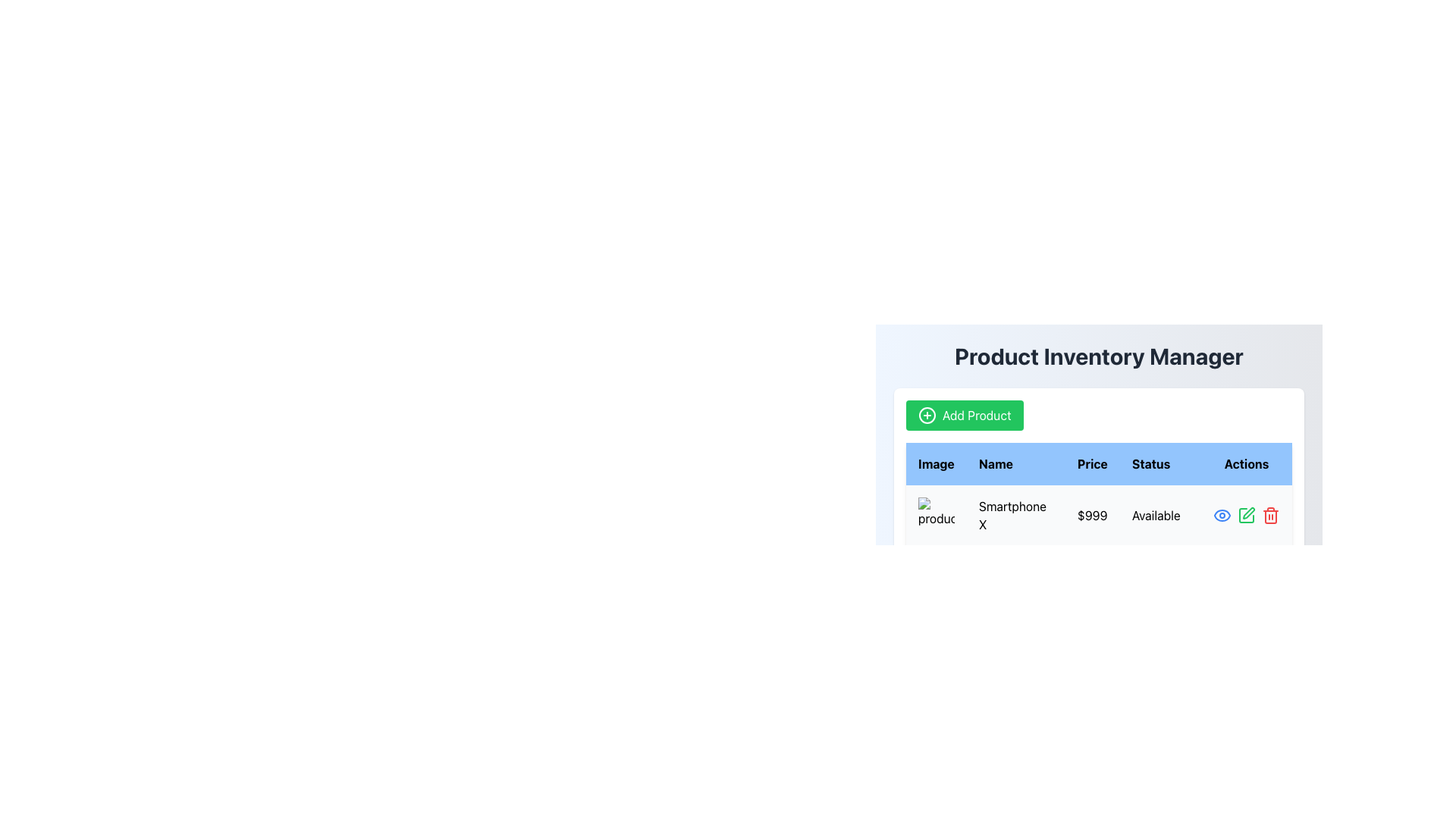  I want to click on the delete icon button located in the 'Actions' column of the table, positioned at the rightmost side adjacent, so click(1270, 514).